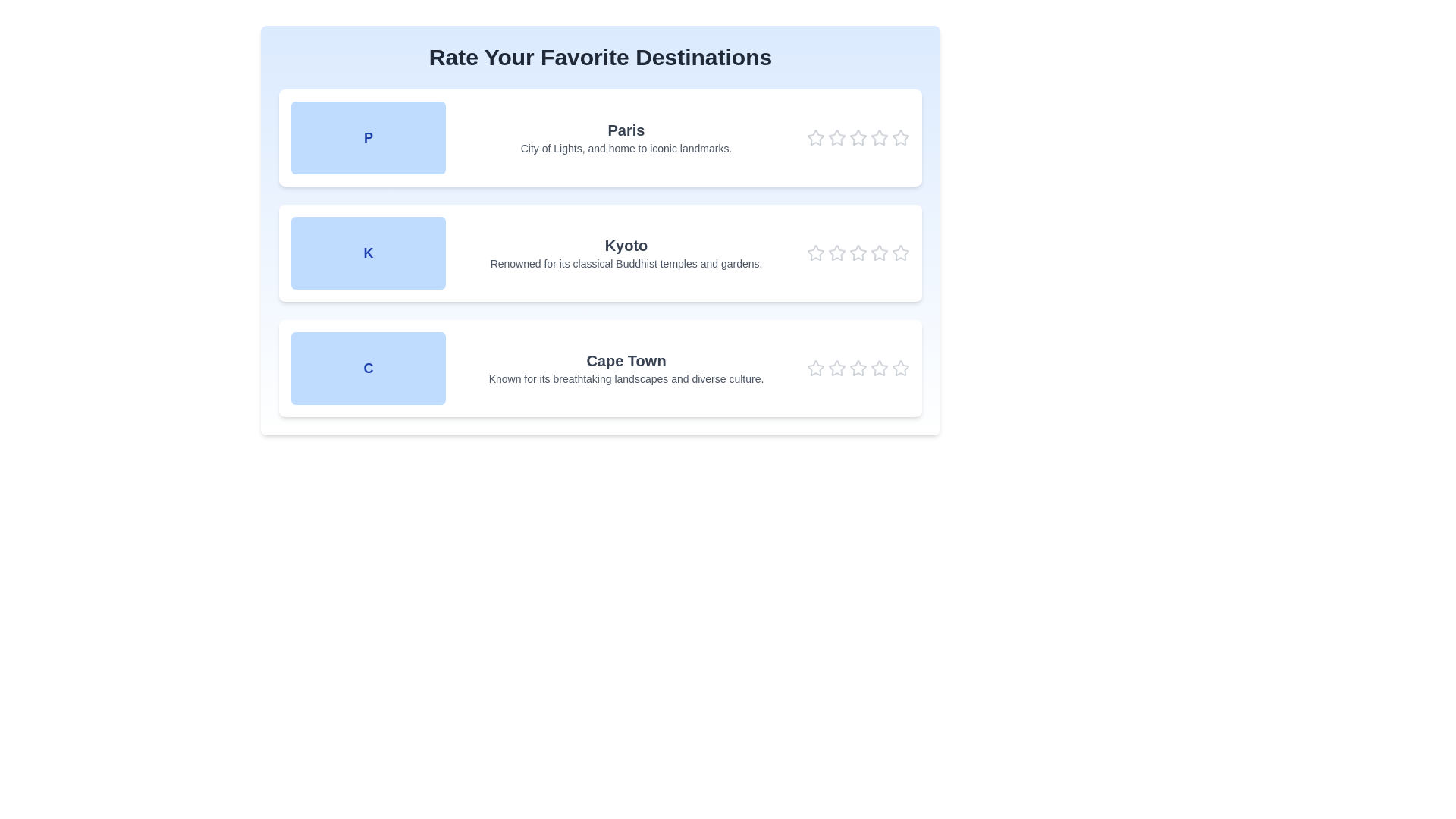 The height and width of the screenshot is (819, 1456). Describe the element at coordinates (626, 130) in the screenshot. I see `the text label that serves as the title for the section describing Paris, positioned above the text 'City of Lights, and home to iconic landmarks.'` at that location.